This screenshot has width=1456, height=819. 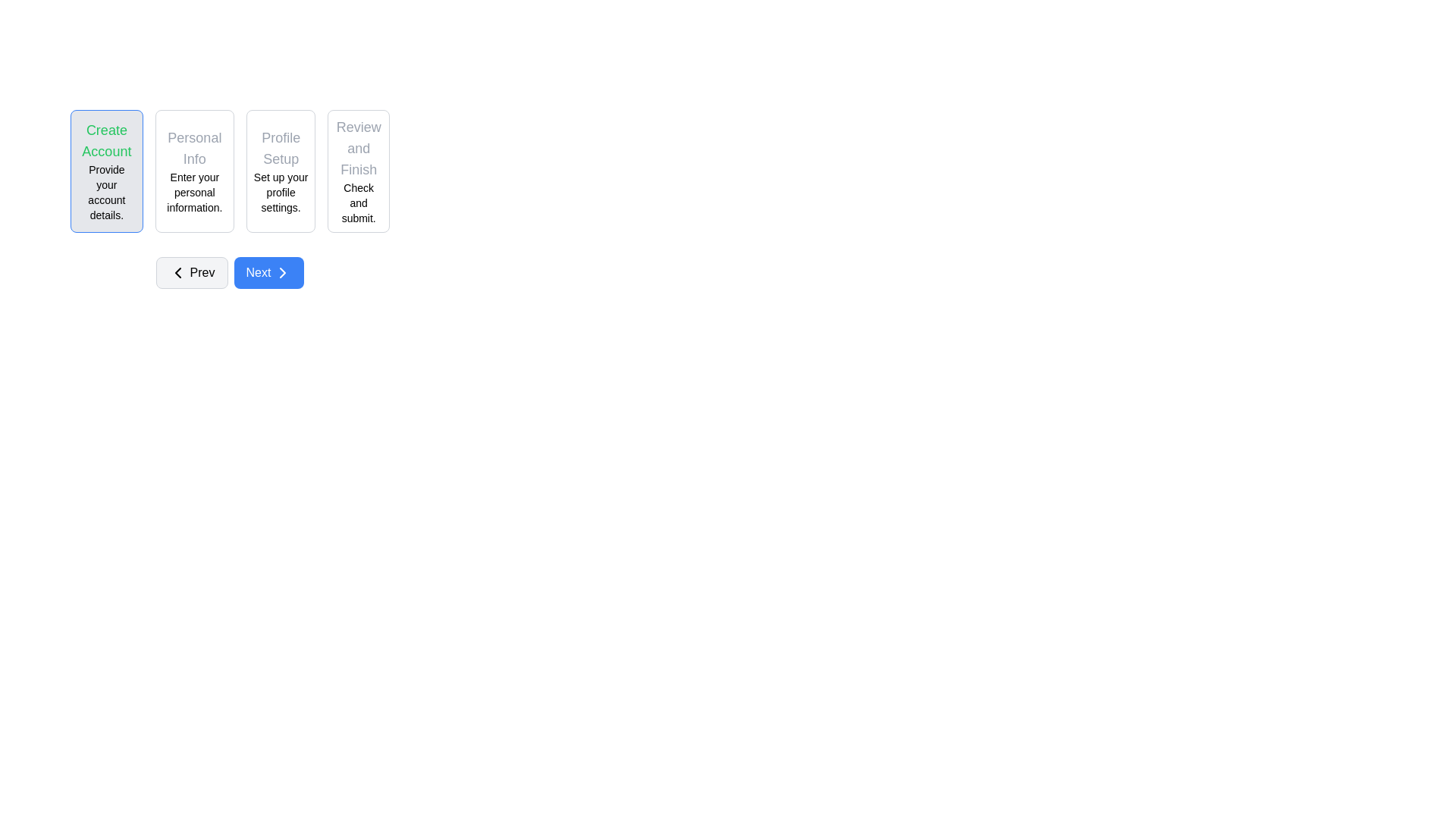 What do you see at coordinates (358, 149) in the screenshot?
I see `the text label that says 'Review and Finish', which is styled in gray and positioned at the top right of a box interface above the text 'Check and submit'` at bounding box center [358, 149].